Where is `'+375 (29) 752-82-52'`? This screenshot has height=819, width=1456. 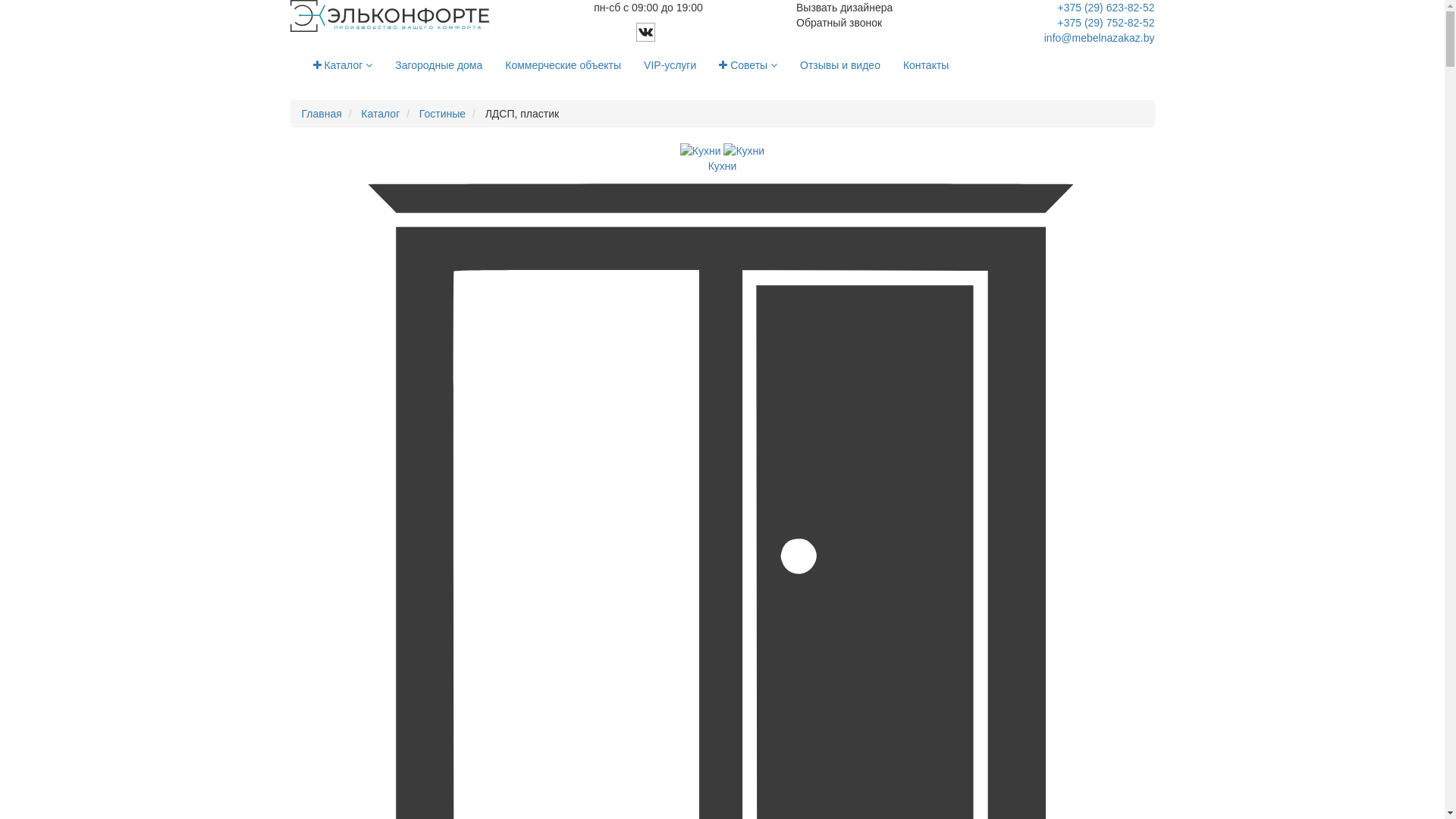
'+375 (29) 752-82-52' is located at coordinates (1106, 23).